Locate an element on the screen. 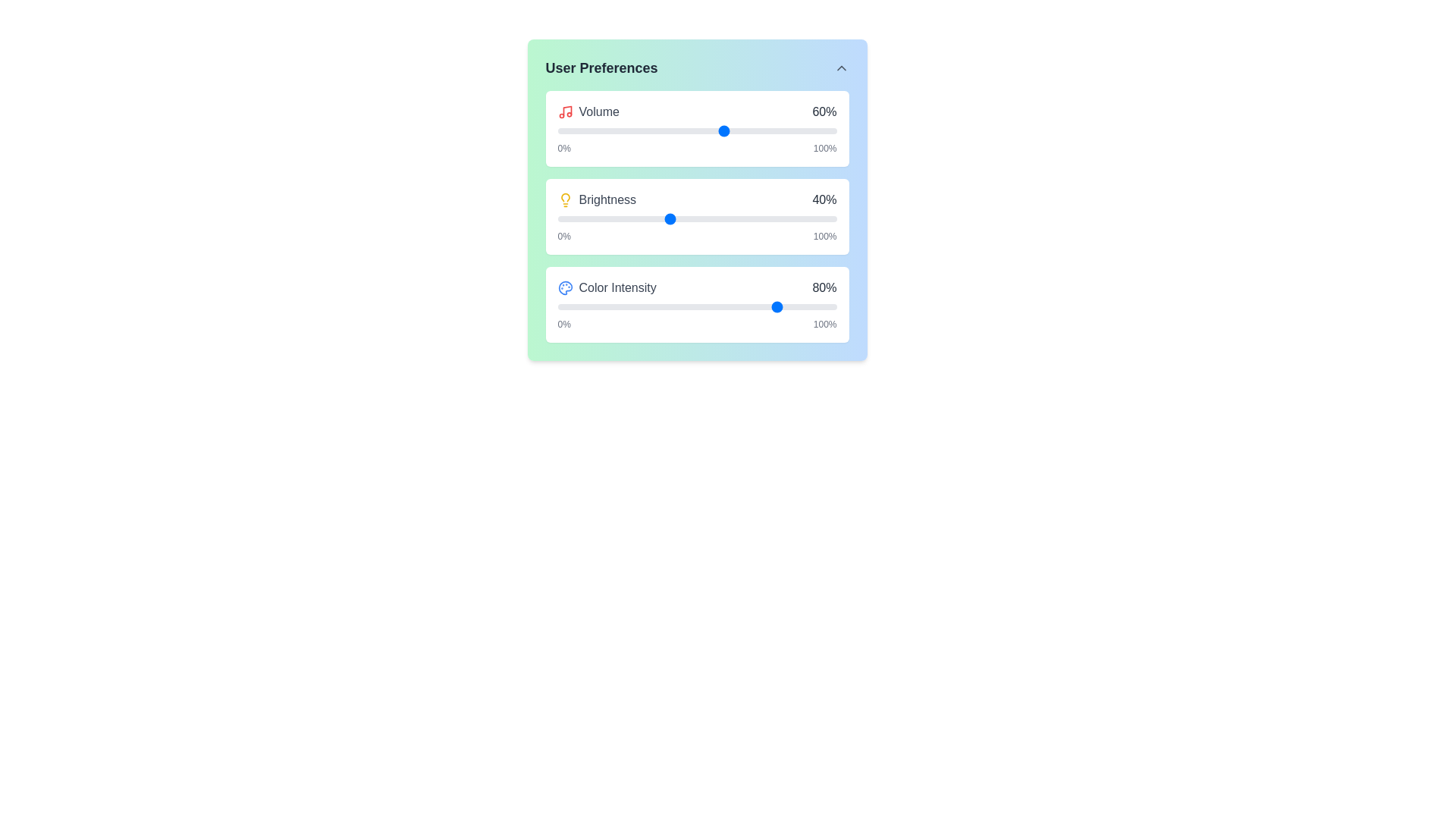 This screenshot has width=1456, height=819. the volume is located at coordinates (716, 130).